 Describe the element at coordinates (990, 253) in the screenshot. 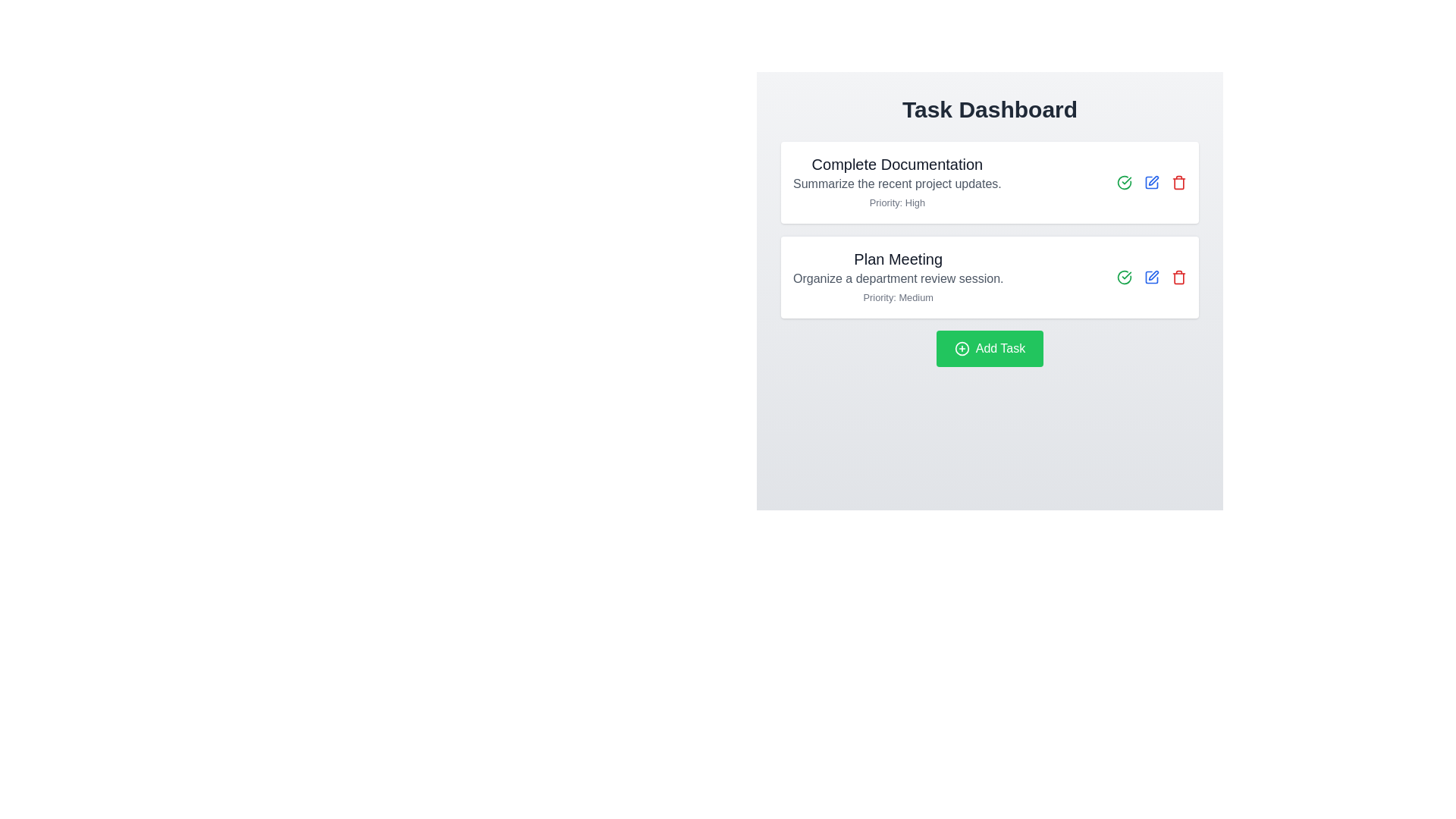

I see `the second task card in the task management interface to view details or interact with actions` at that location.